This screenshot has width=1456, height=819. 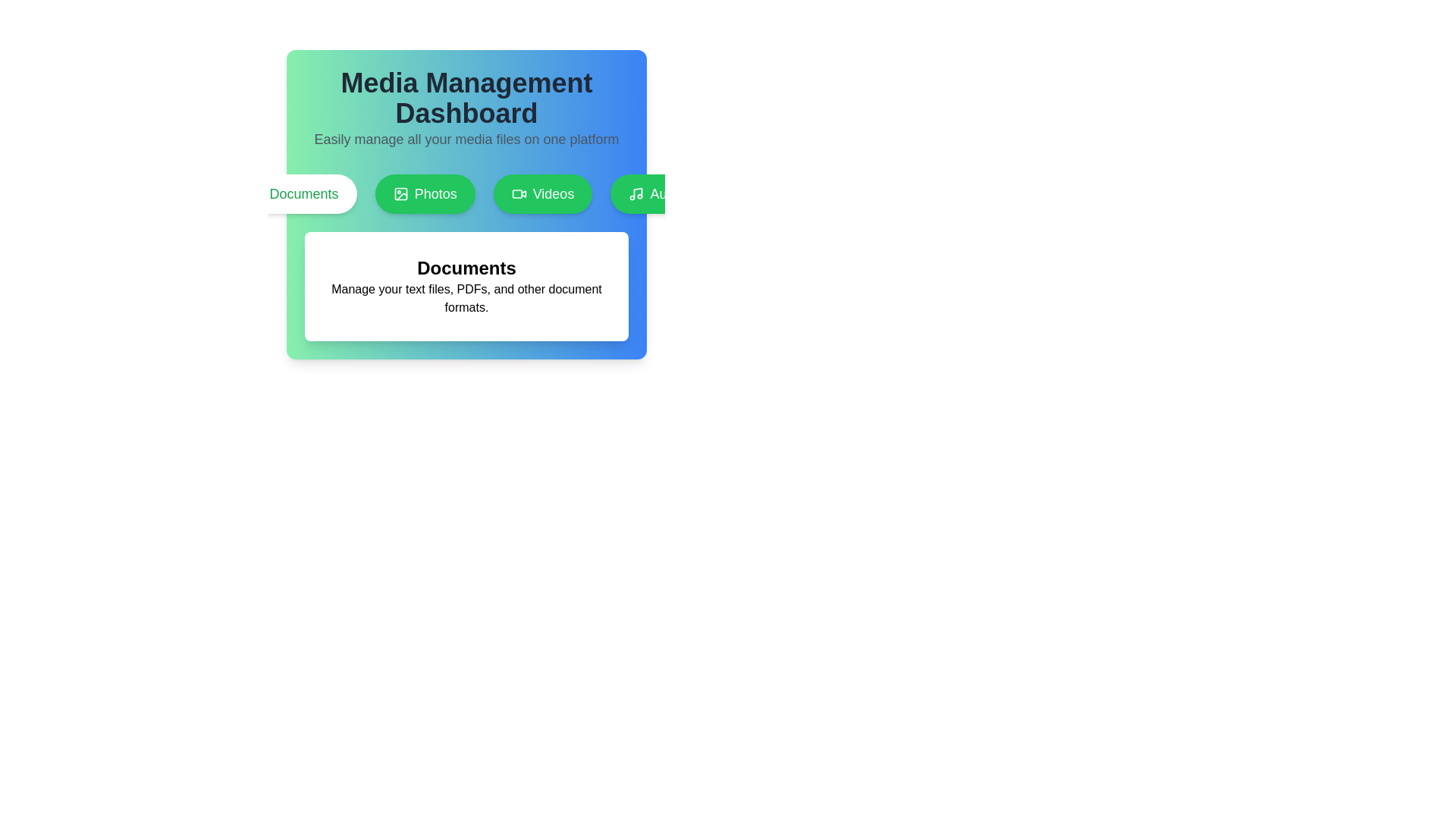 I want to click on the text element that reads 'Easily manage all your media files on one platform', which is styled in light gray and positioned beneath the heading 'Media Management Dashboard', so click(x=466, y=140).